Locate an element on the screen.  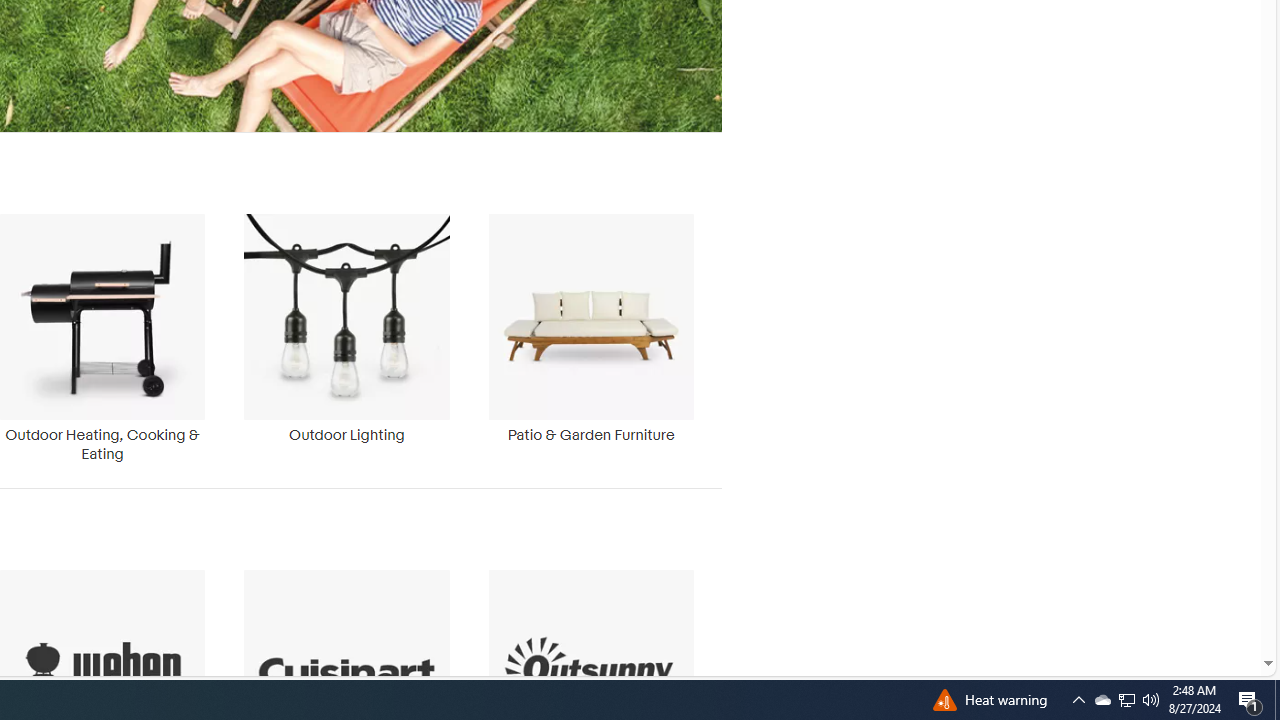
'Outdoor Lighting' is located at coordinates (346, 328).